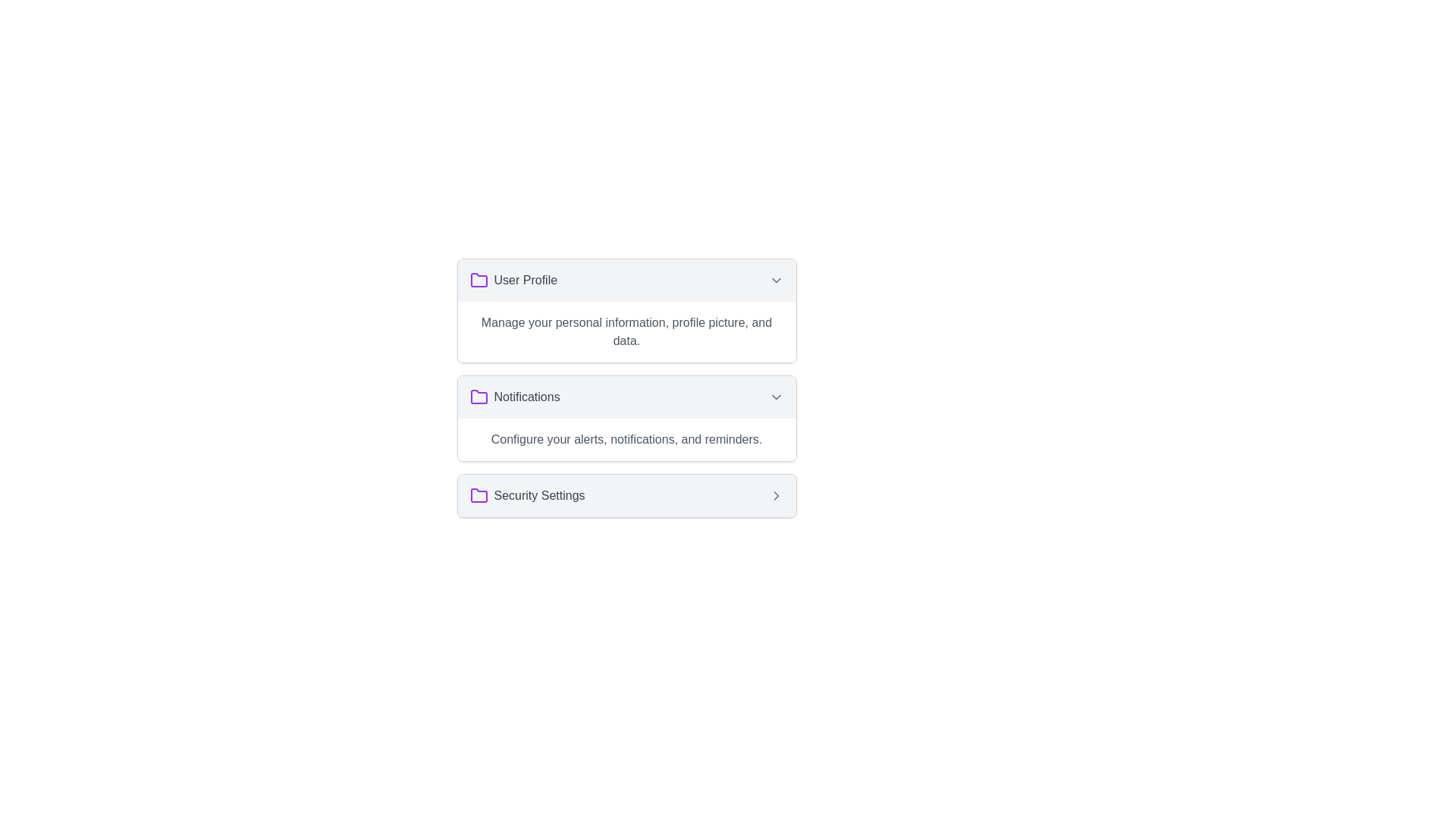  Describe the element at coordinates (626, 331) in the screenshot. I see `the descriptive text block located beneath the 'User Profile' title within the bordered card` at that location.